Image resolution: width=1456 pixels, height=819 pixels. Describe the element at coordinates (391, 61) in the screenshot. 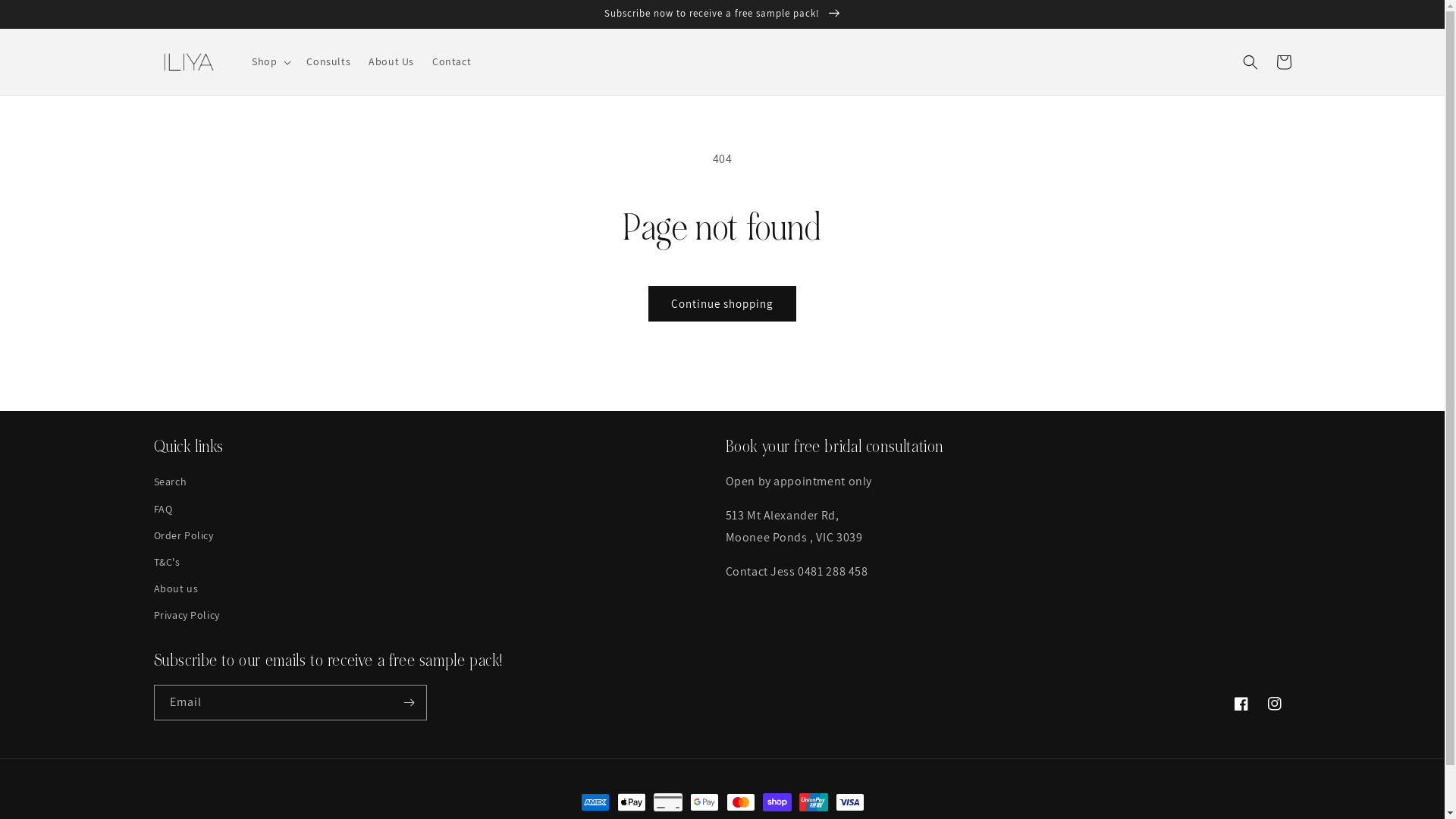

I see `'About Us'` at that location.